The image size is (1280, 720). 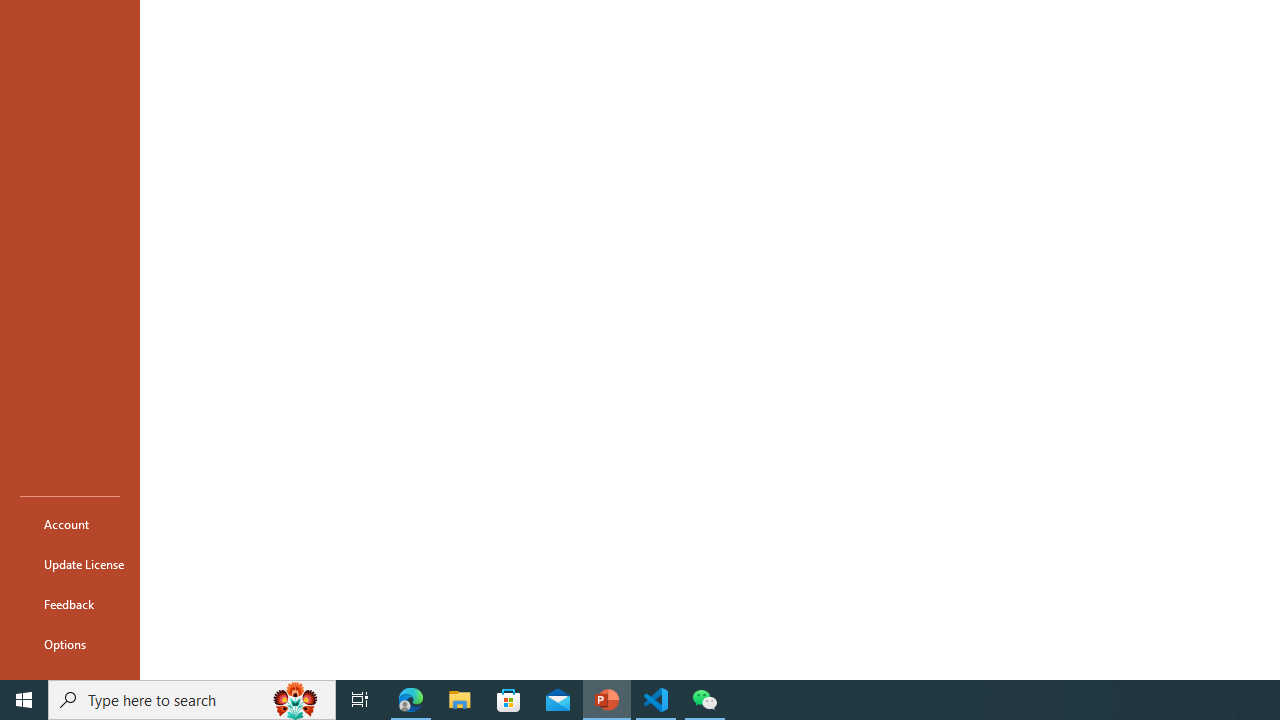 I want to click on 'Options', so click(x=69, y=644).